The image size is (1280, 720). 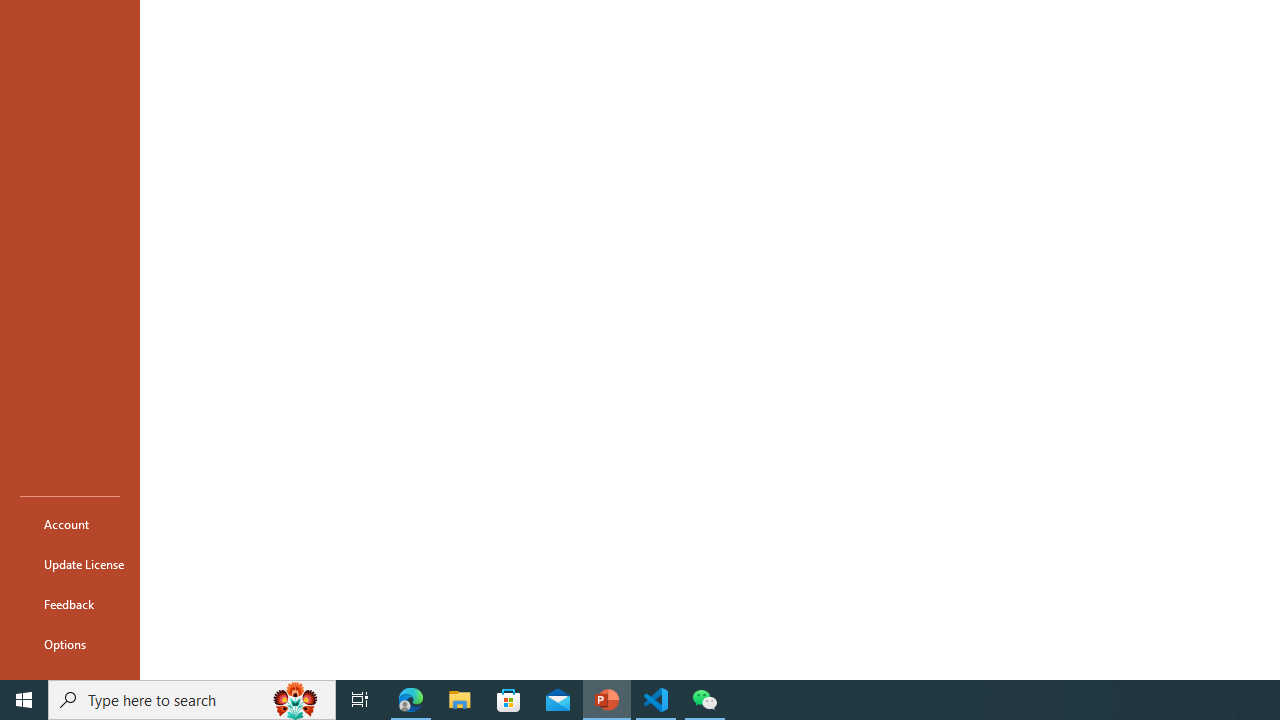 I want to click on 'Options', so click(x=69, y=644).